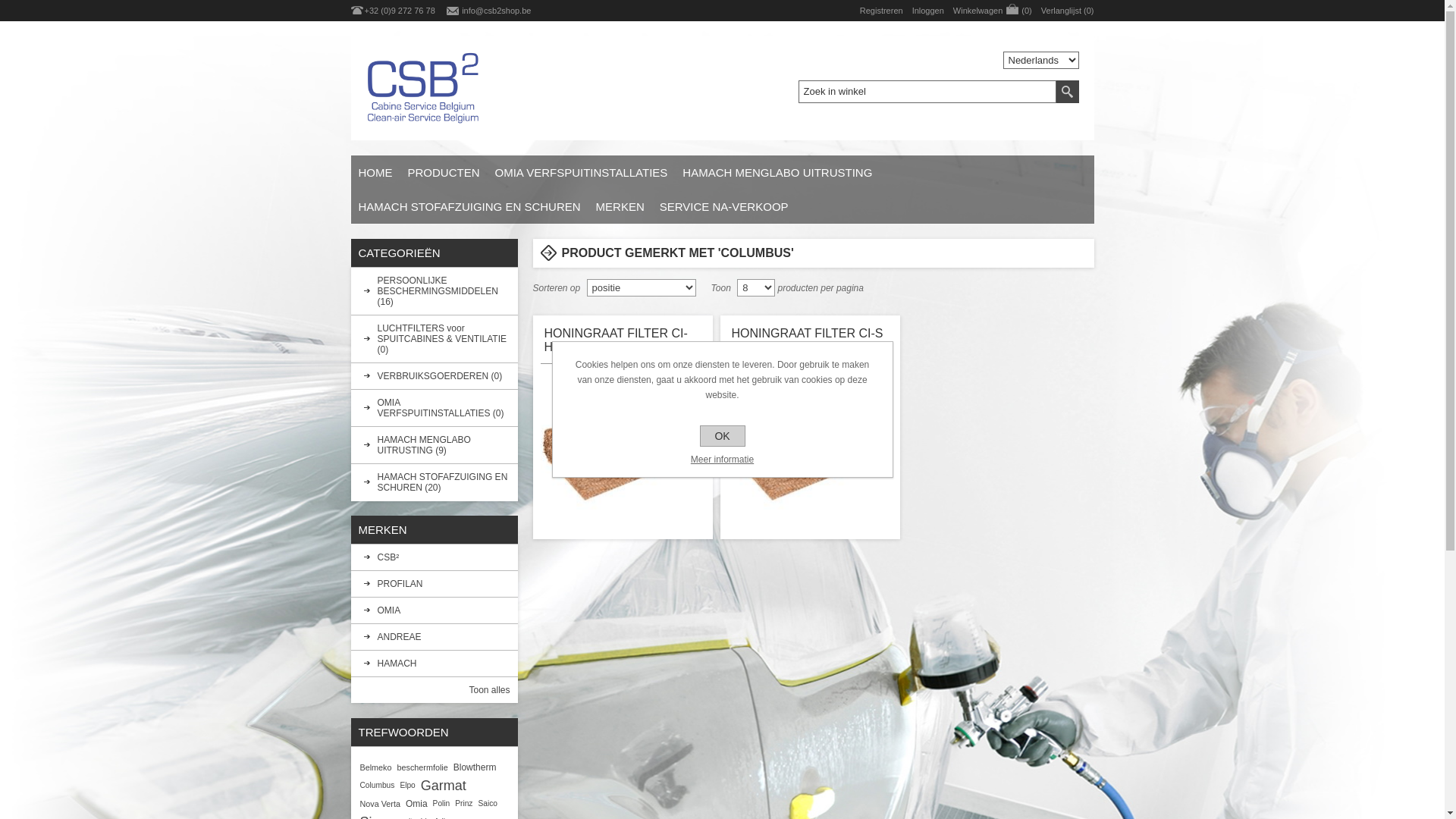 This screenshot has width=1456, height=819. Describe the element at coordinates (432, 637) in the screenshot. I see `'ANDREAE'` at that location.